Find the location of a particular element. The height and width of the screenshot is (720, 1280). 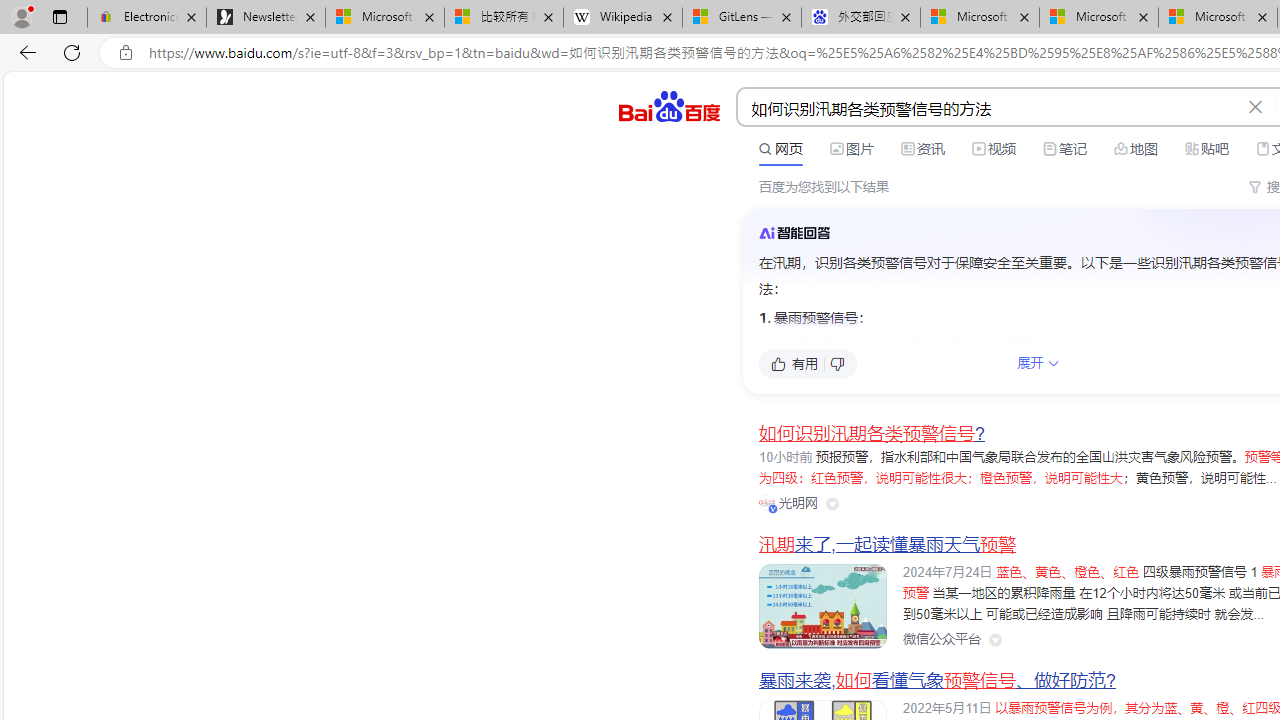

'Class: vip-icon_kNmNt' is located at coordinates (772, 508).